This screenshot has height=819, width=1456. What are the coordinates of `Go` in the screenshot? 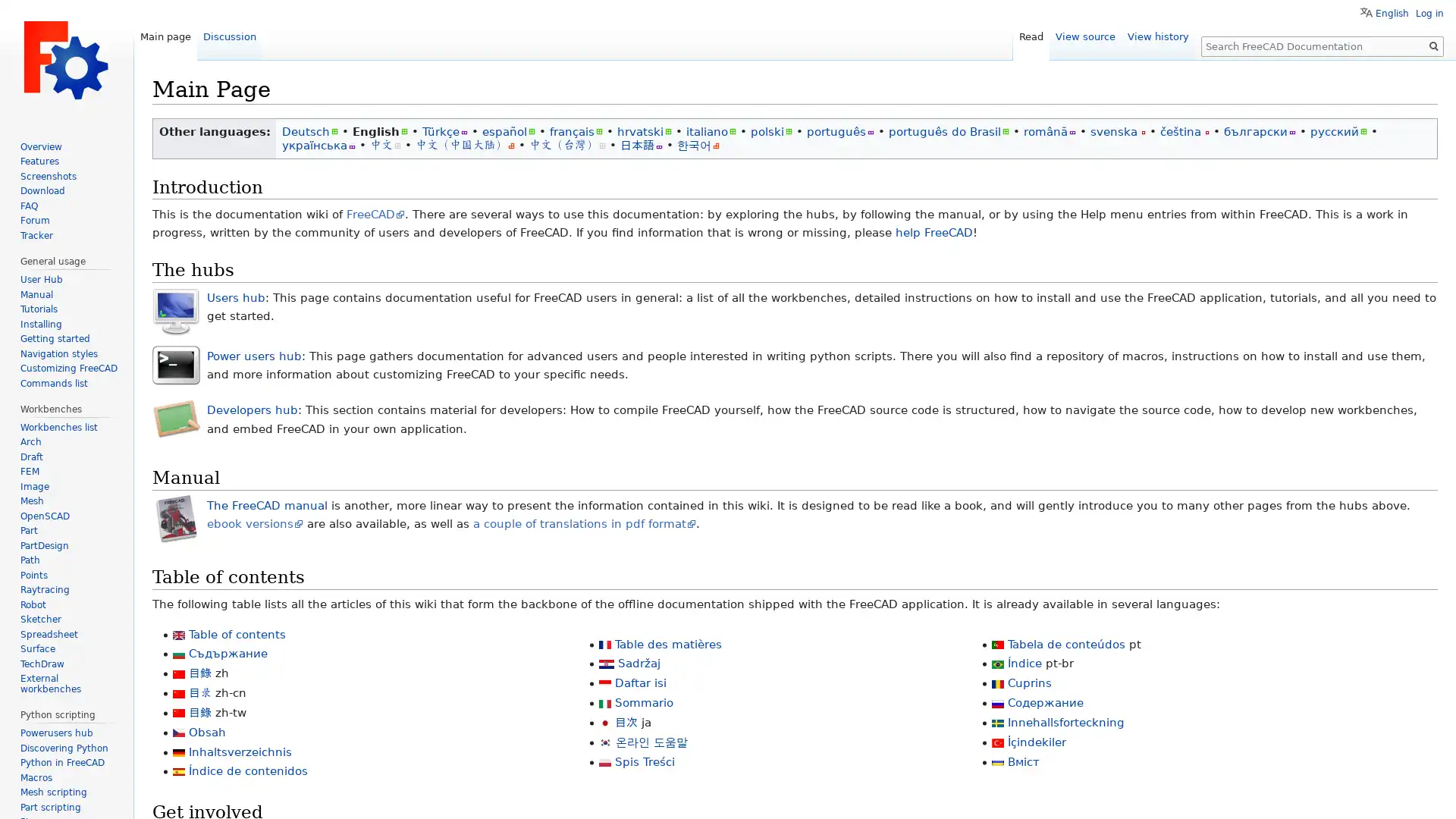 It's located at (1433, 45).